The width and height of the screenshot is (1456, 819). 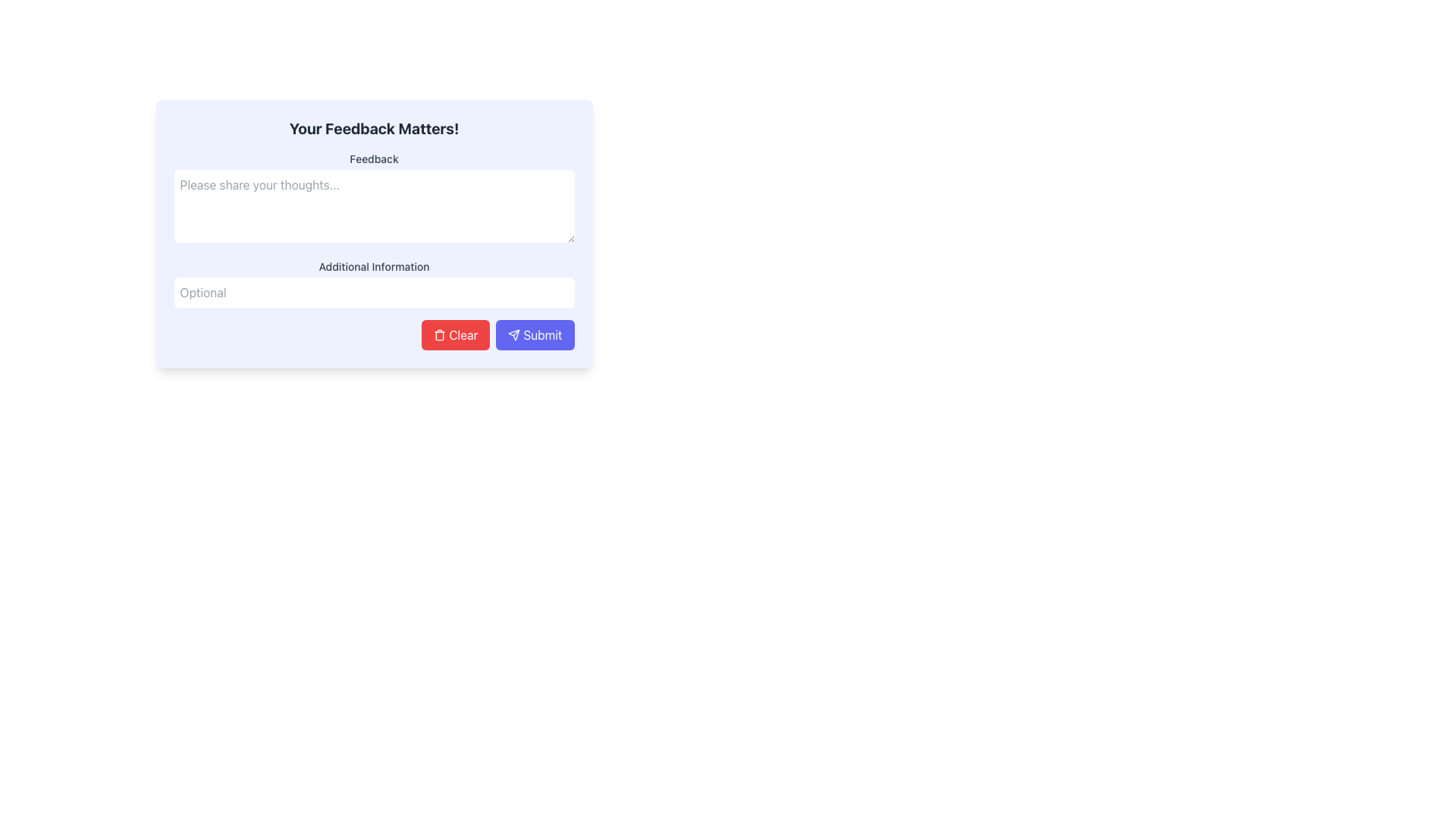 What do you see at coordinates (535, 334) in the screenshot?
I see `the 'Submit' button located to the right of the 'Clear' button at the bottom of the modal window` at bounding box center [535, 334].